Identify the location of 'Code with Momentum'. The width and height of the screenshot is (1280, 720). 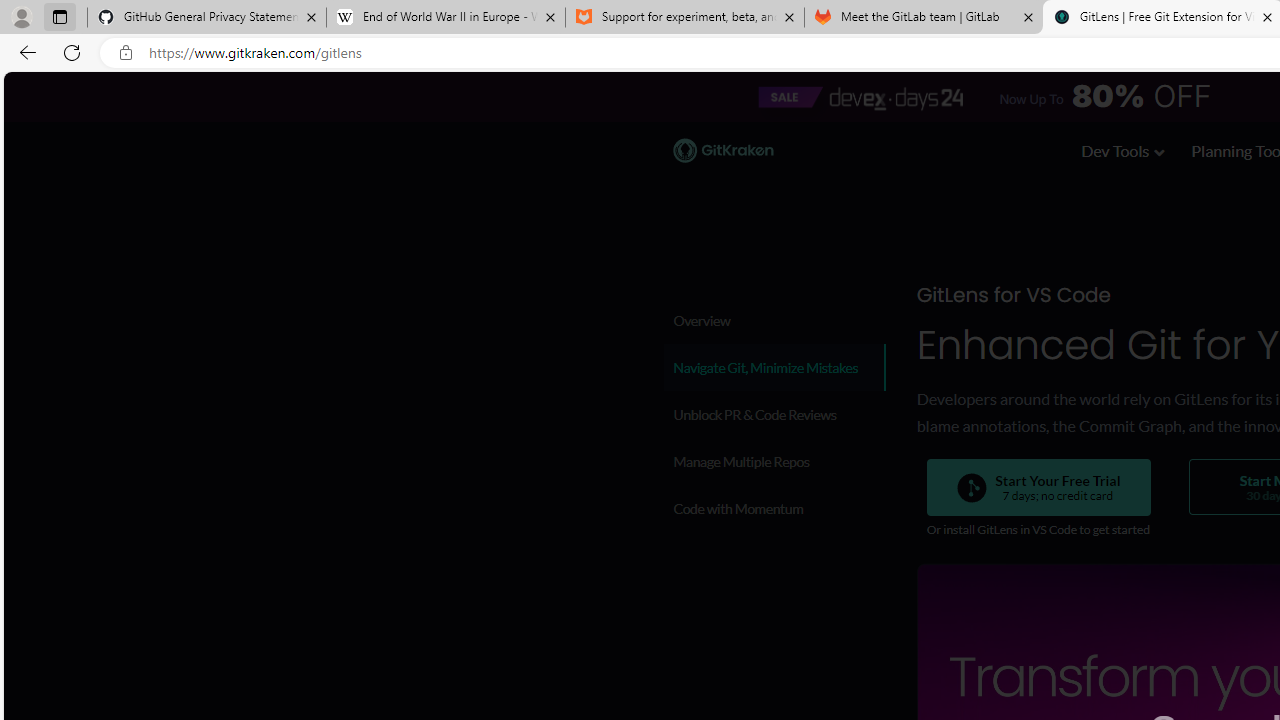
(772, 507).